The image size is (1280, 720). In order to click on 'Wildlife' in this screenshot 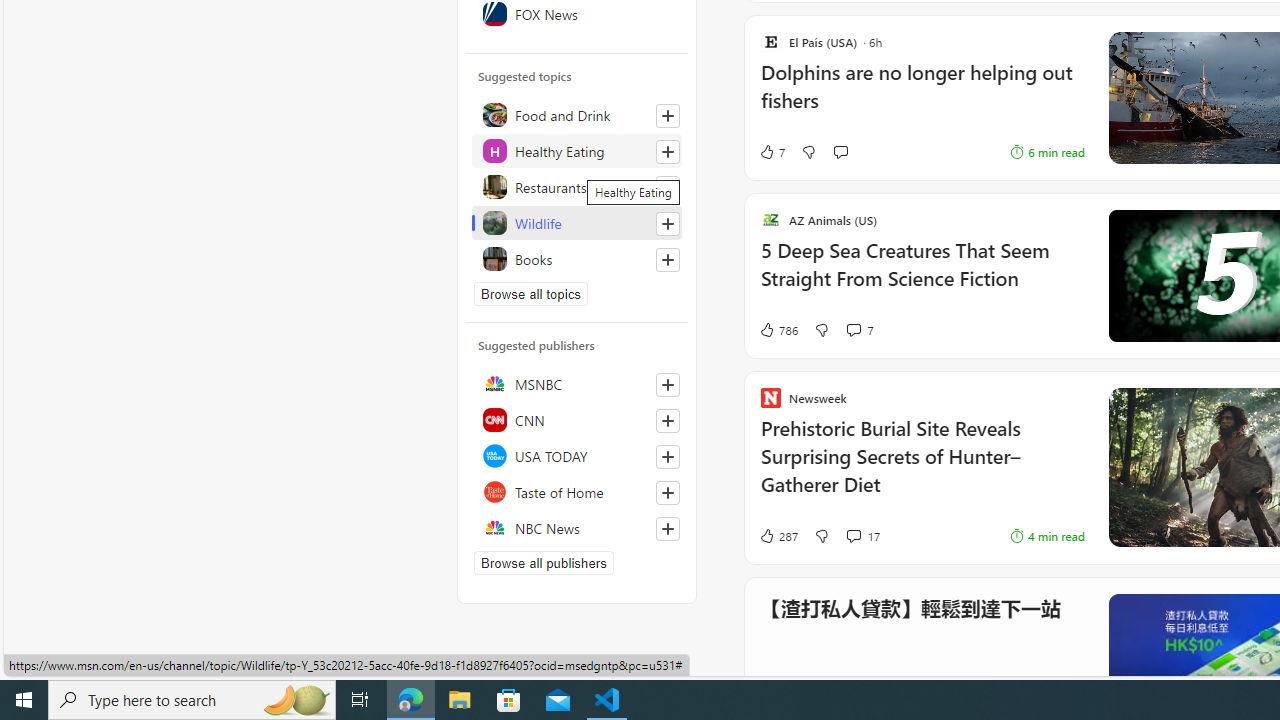, I will do `click(576, 222)`.